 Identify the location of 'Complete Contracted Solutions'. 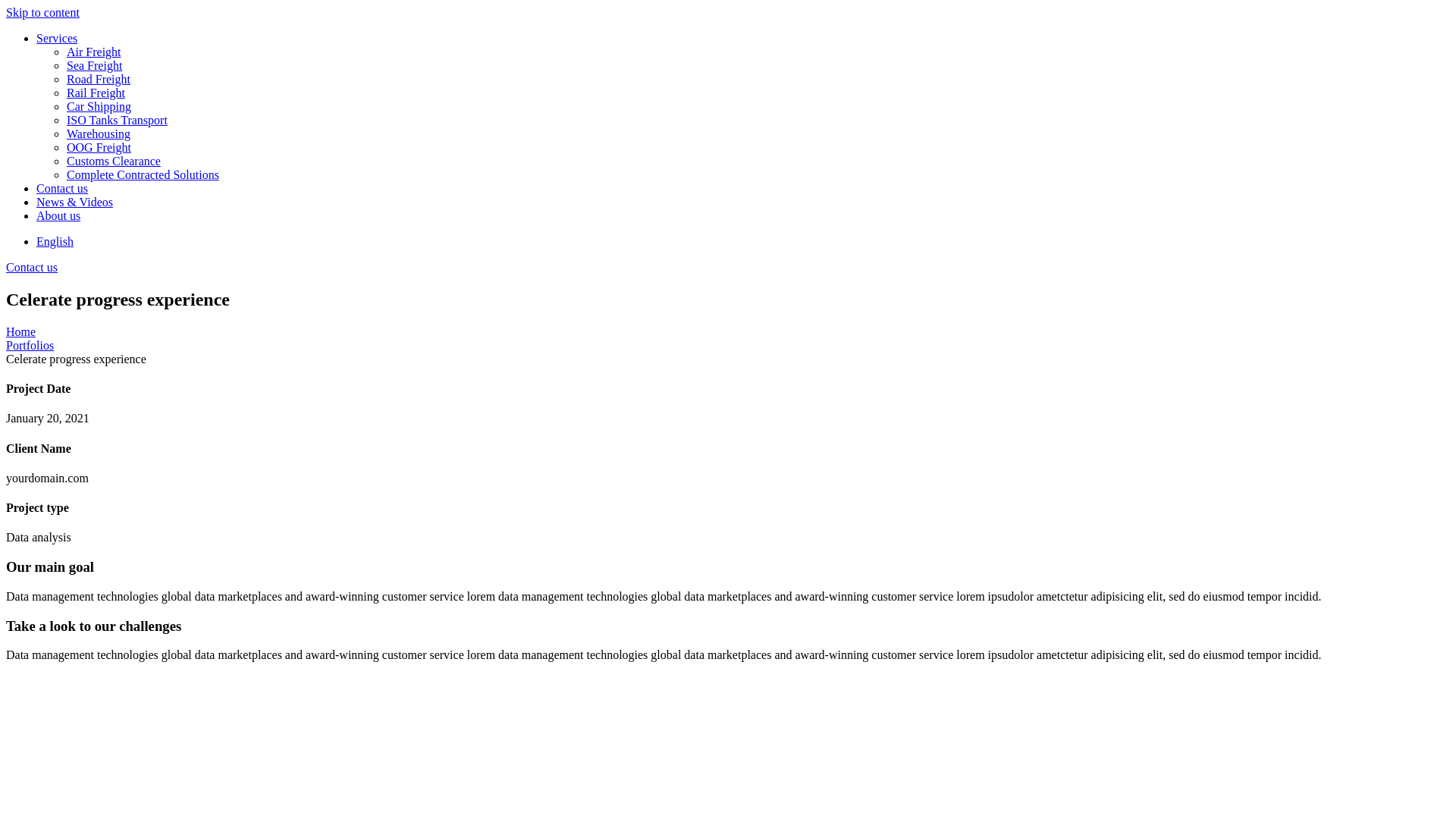
(758, 174).